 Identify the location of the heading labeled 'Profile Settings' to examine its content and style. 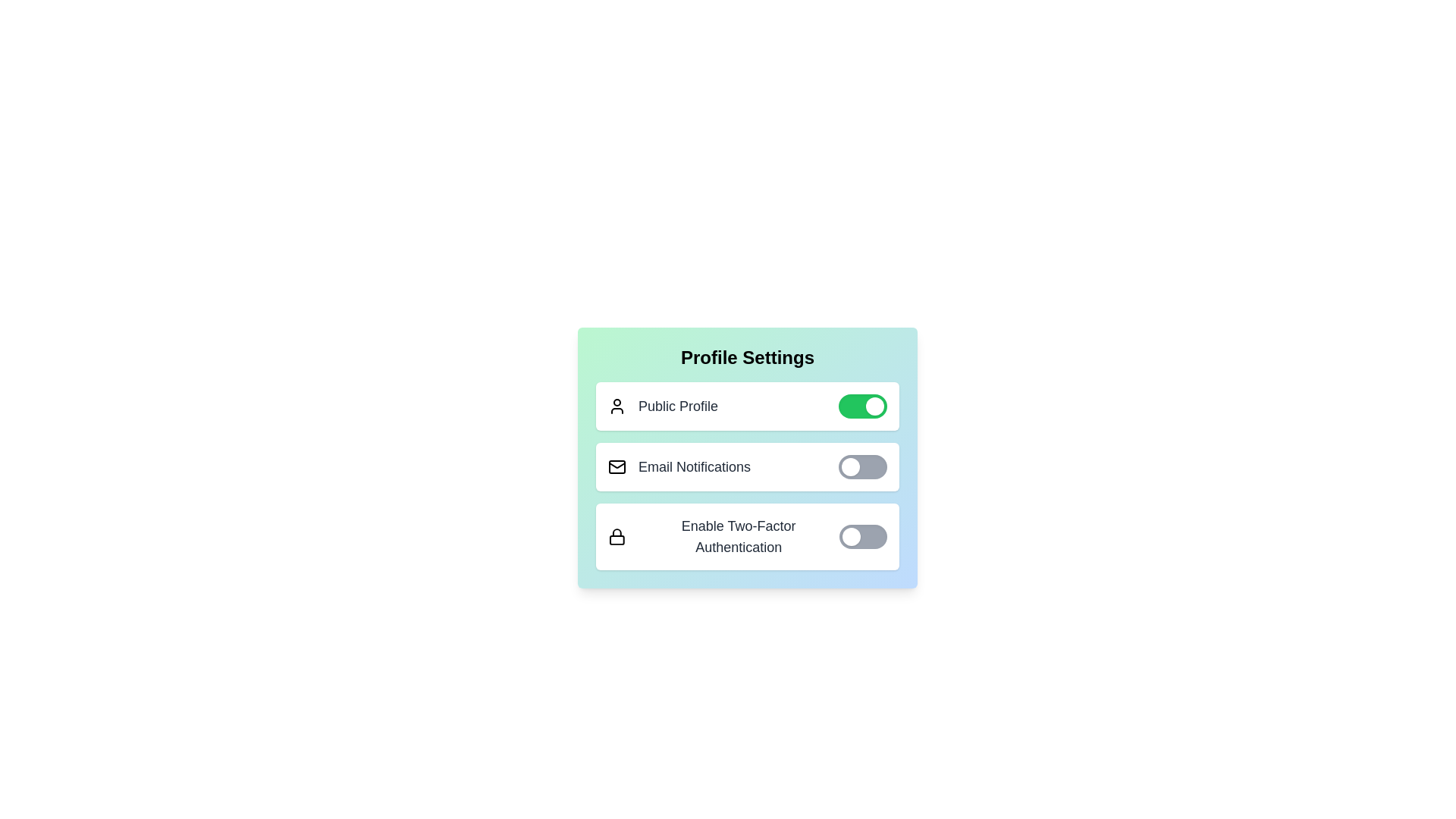
(747, 357).